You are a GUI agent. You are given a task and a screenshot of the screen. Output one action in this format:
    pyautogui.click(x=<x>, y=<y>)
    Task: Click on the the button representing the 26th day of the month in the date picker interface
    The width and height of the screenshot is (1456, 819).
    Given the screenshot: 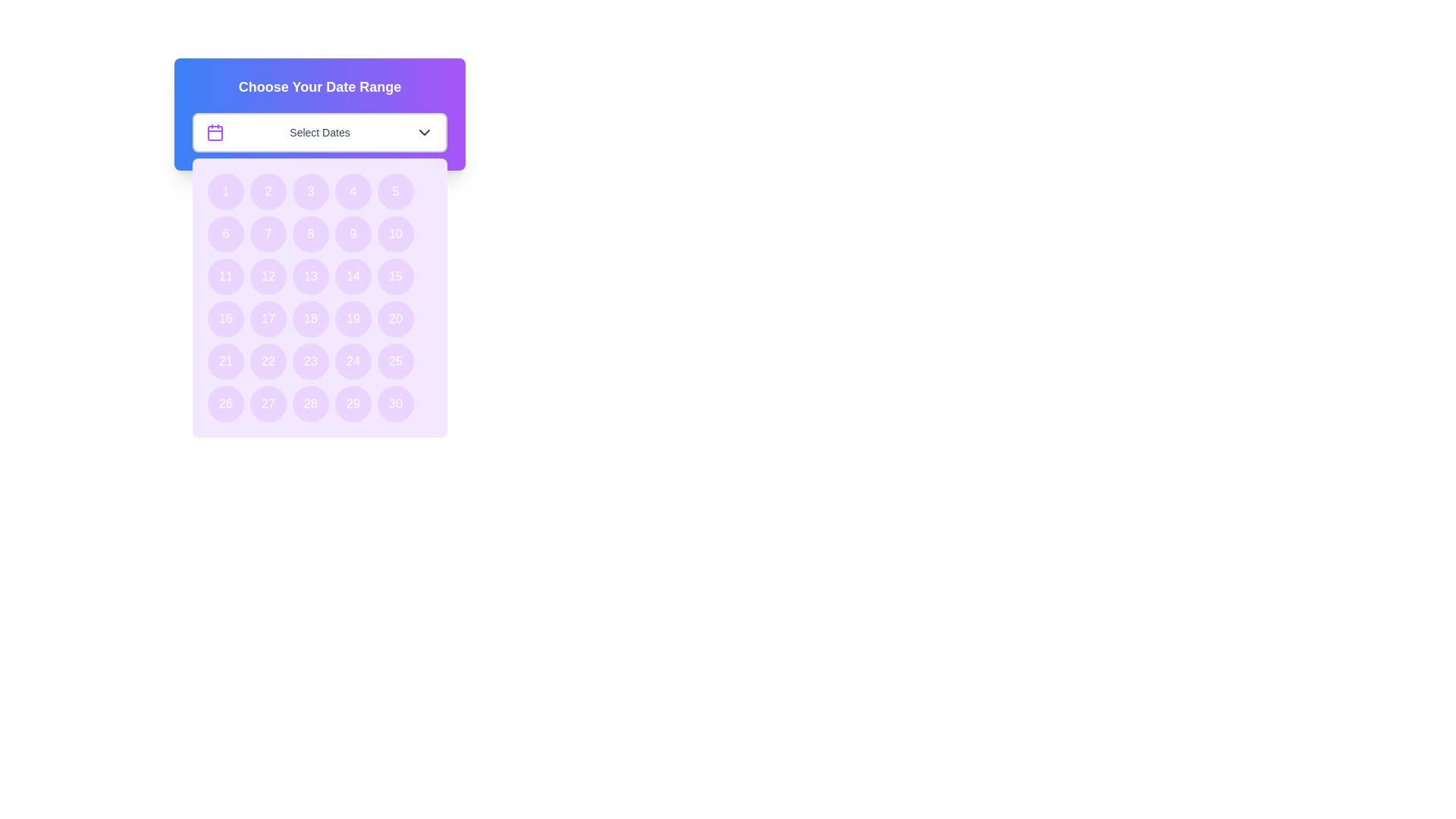 What is the action you would take?
    pyautogui.click(x=224, y=403)
    